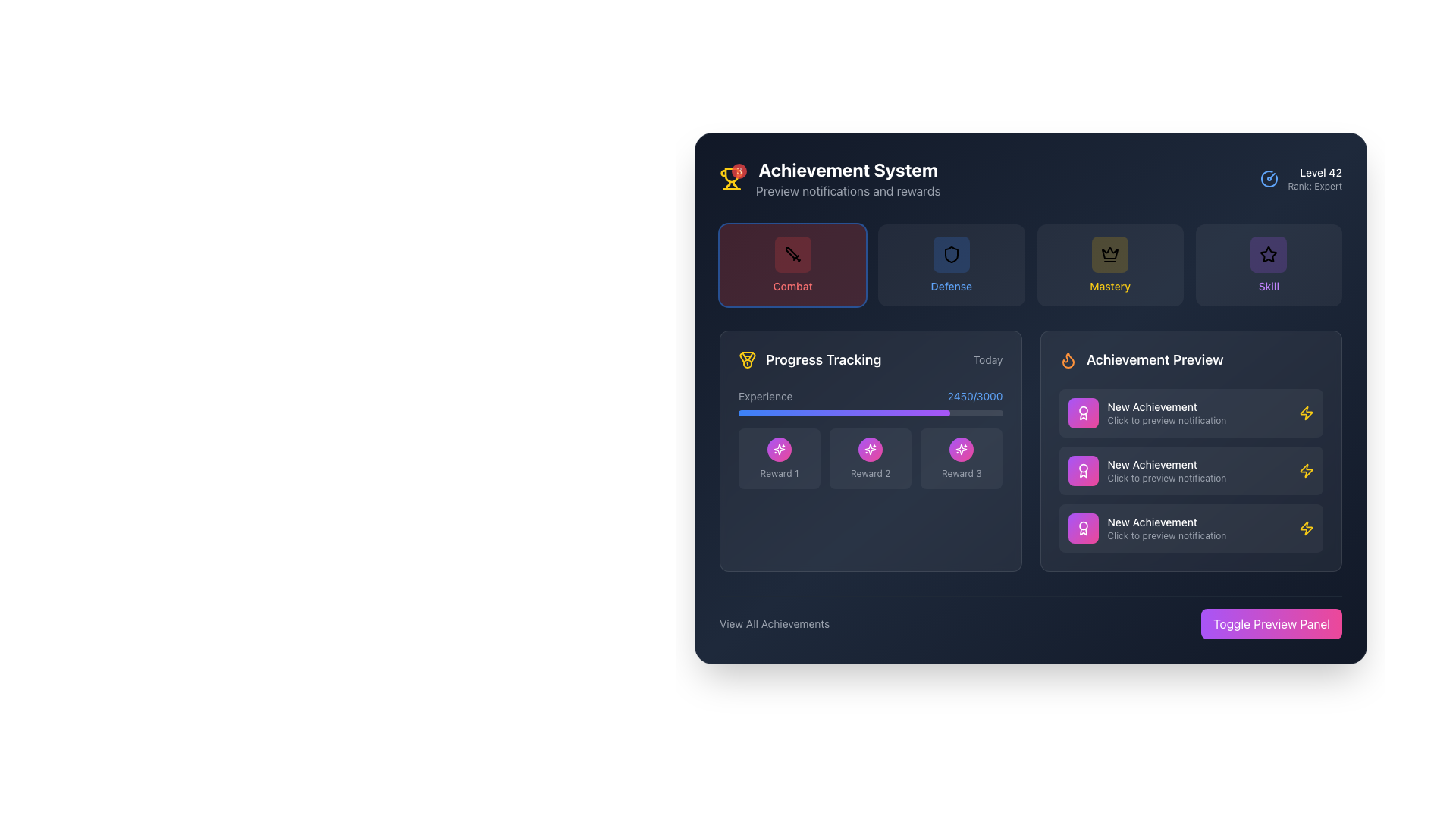 This screenshot has width=1456, height=819. I want to click on the central reward item ('Reward 2') in the Grid layout of the Progress Tracking section using keyboard navigation, so click(871, 458).